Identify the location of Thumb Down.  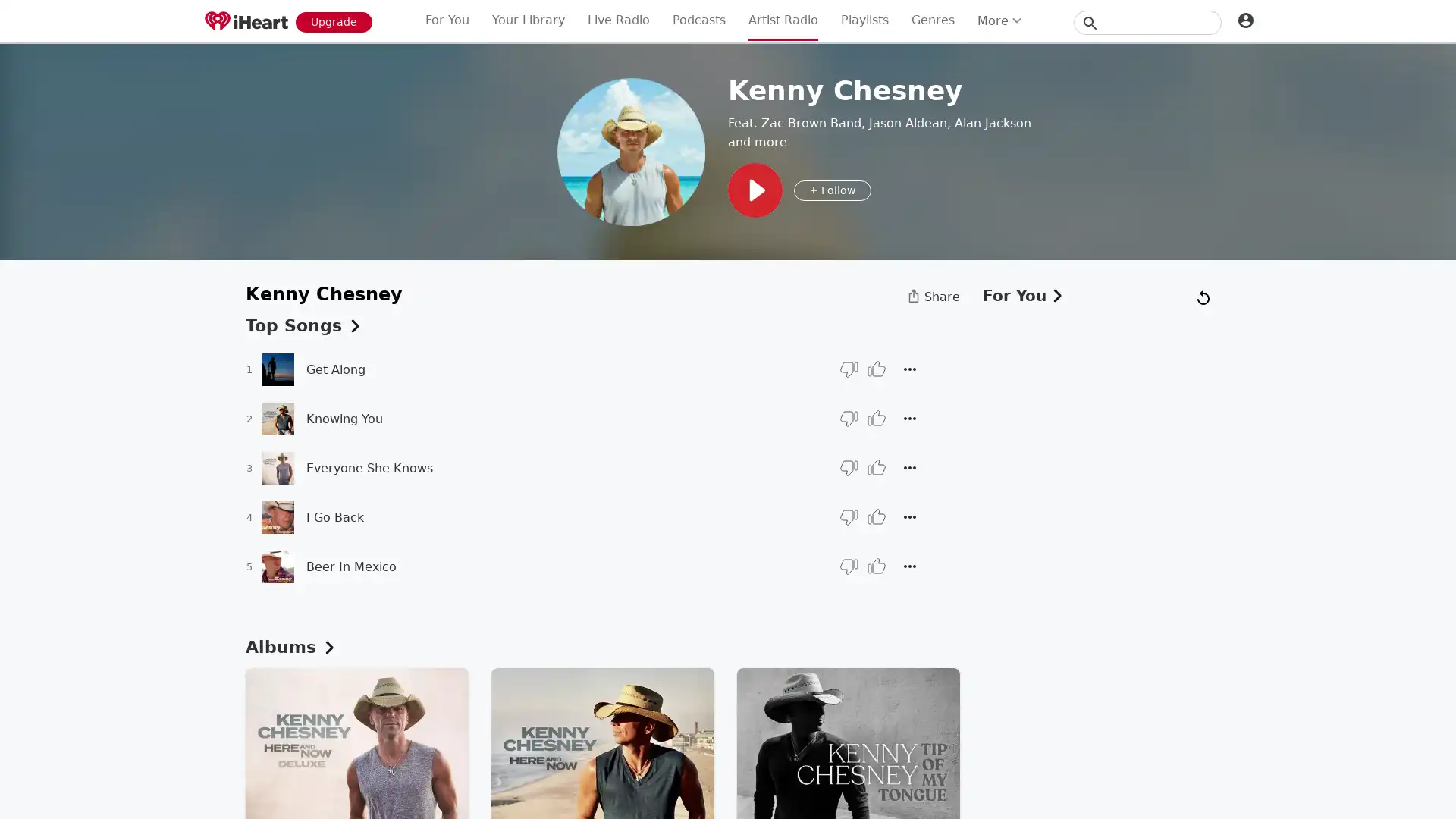
(848, 467).